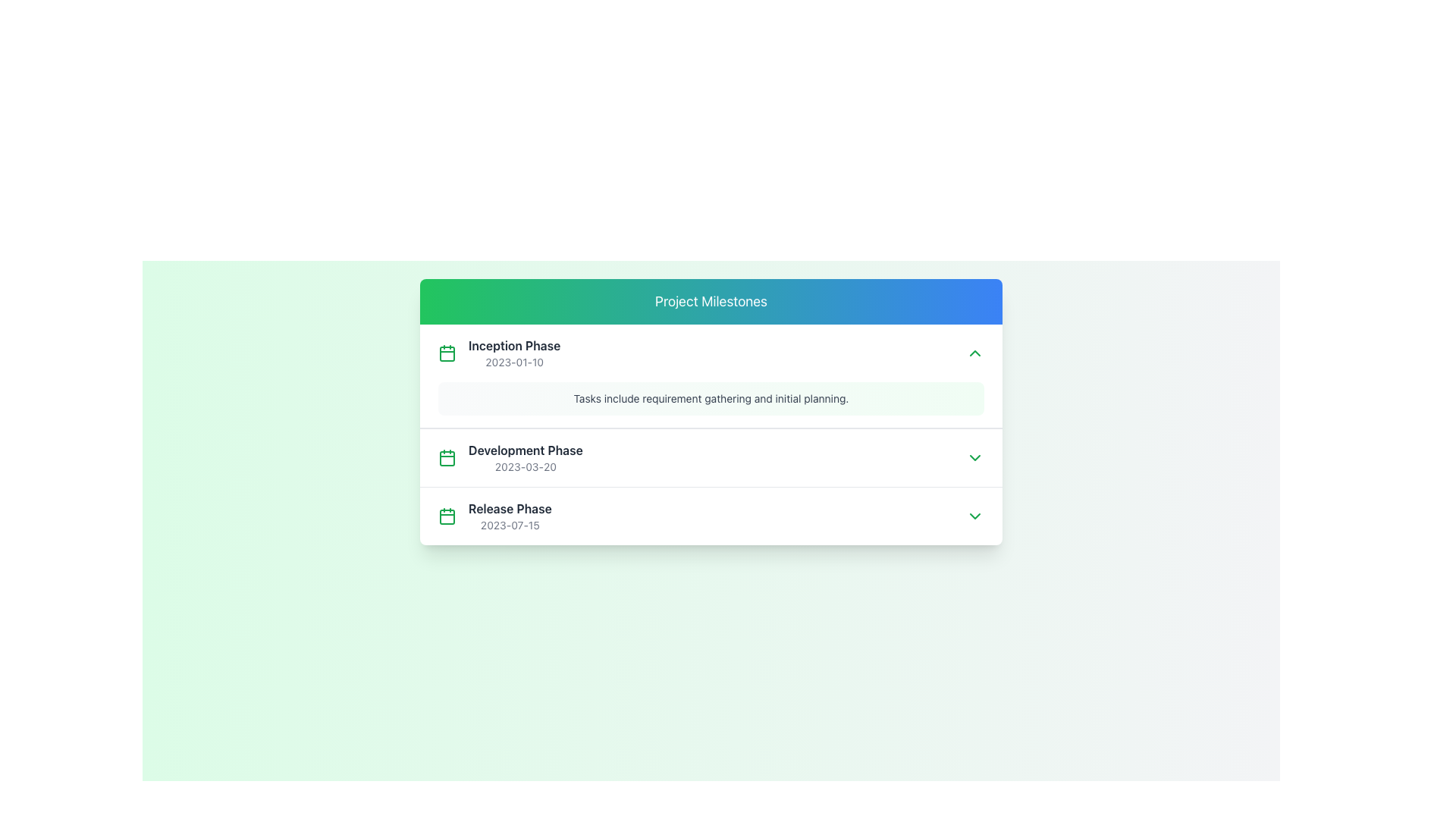 The image size is (1456, 819). What do you see at coordinates (447, 458) in the screenshot?
I see `the inner cell area of the calendar icon, which is the third subcomponent with a green border, located to the left of the 'Inception Phase' milestone label` at bounding box center [447, 458].